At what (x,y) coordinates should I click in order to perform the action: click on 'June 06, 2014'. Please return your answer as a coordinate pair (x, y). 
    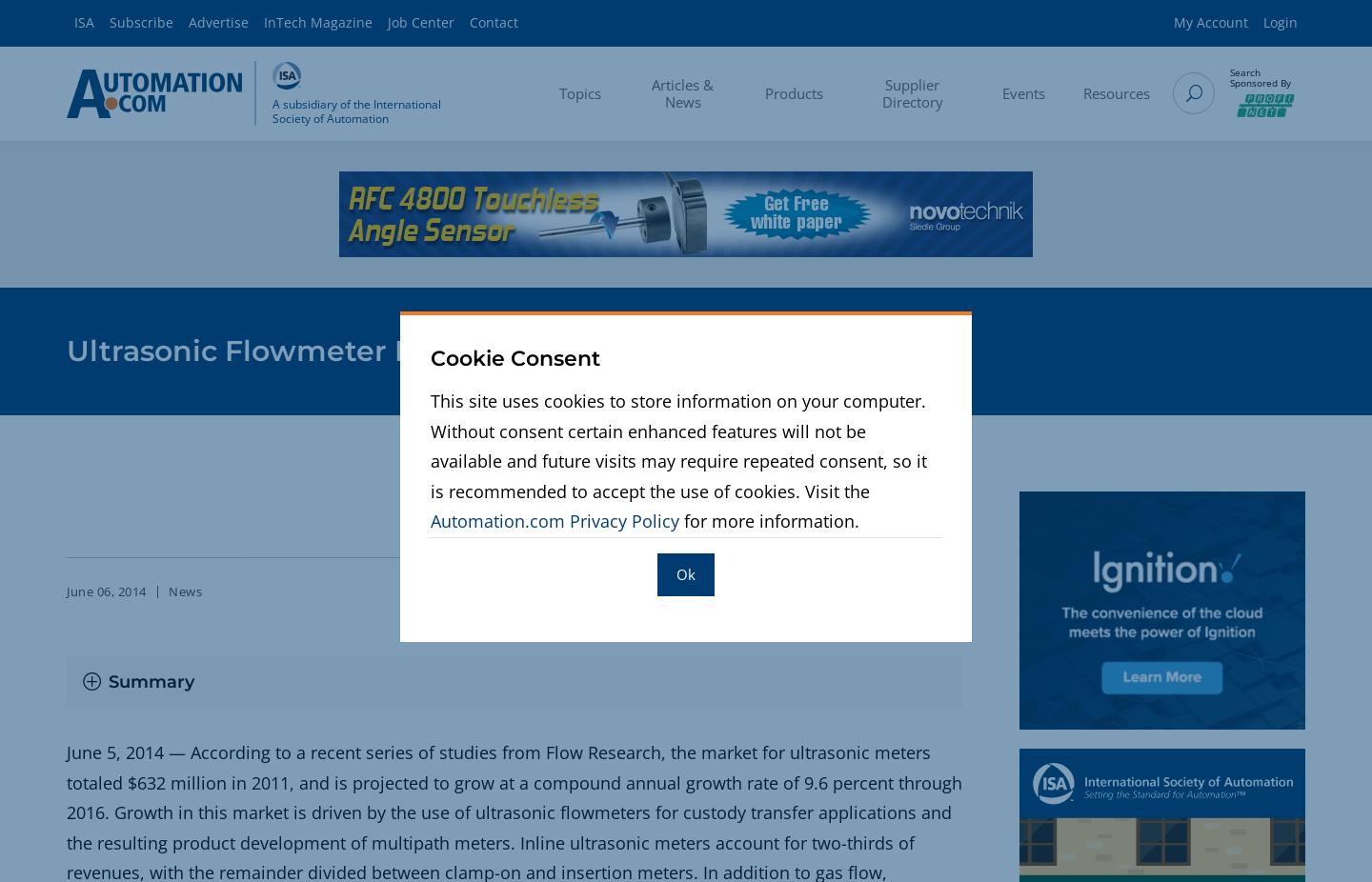
    Looking at the image, I should click on (106, 589).